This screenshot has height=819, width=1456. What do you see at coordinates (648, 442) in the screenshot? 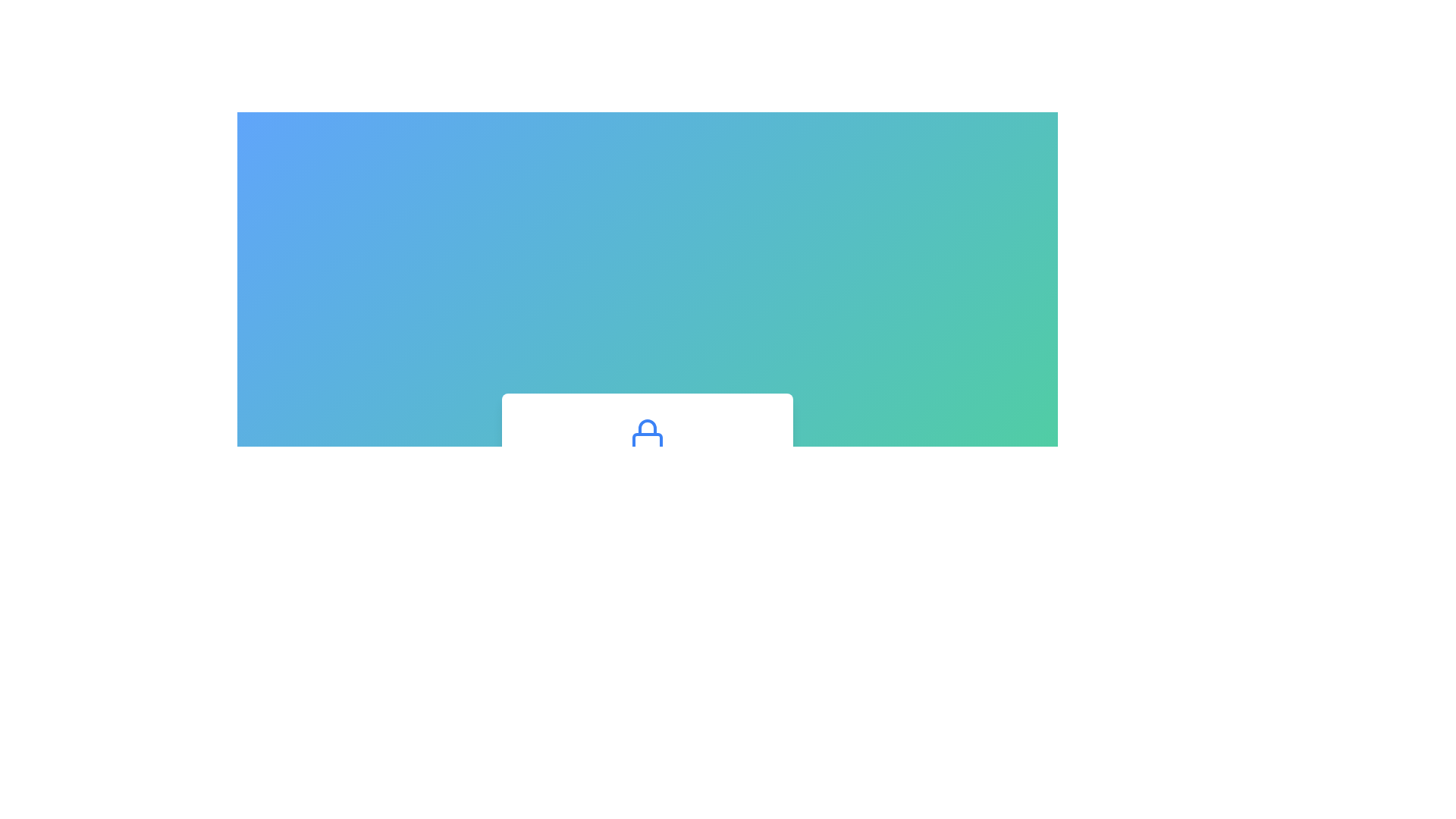
I see `the small rectangular decorative element located at the bottom center of the lock icon, which features a circular arch at the top and a modern blue design` at bounding box center [648, 442].